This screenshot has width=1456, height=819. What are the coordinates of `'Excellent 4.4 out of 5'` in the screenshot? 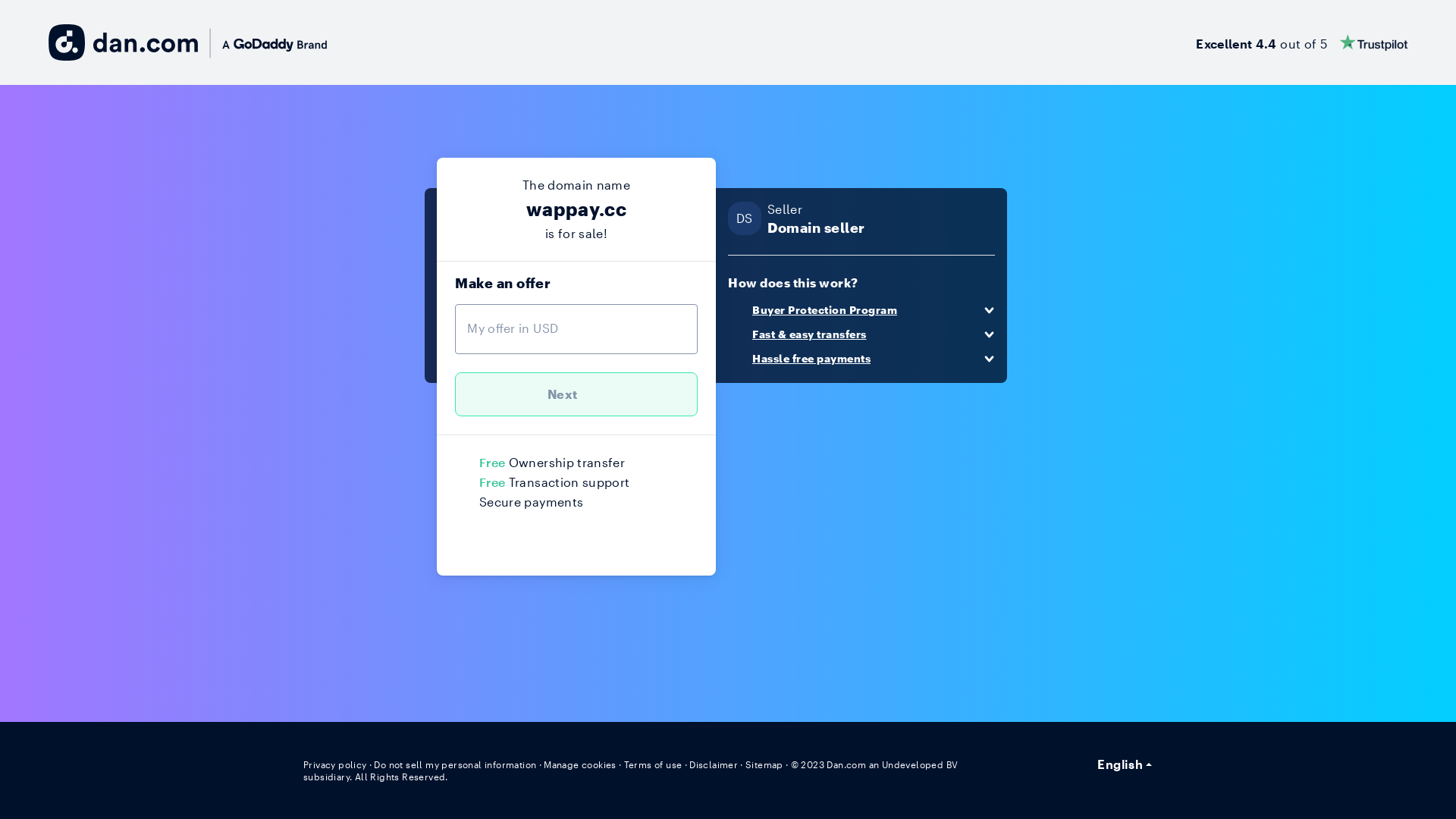 It's located at (1199, 42).